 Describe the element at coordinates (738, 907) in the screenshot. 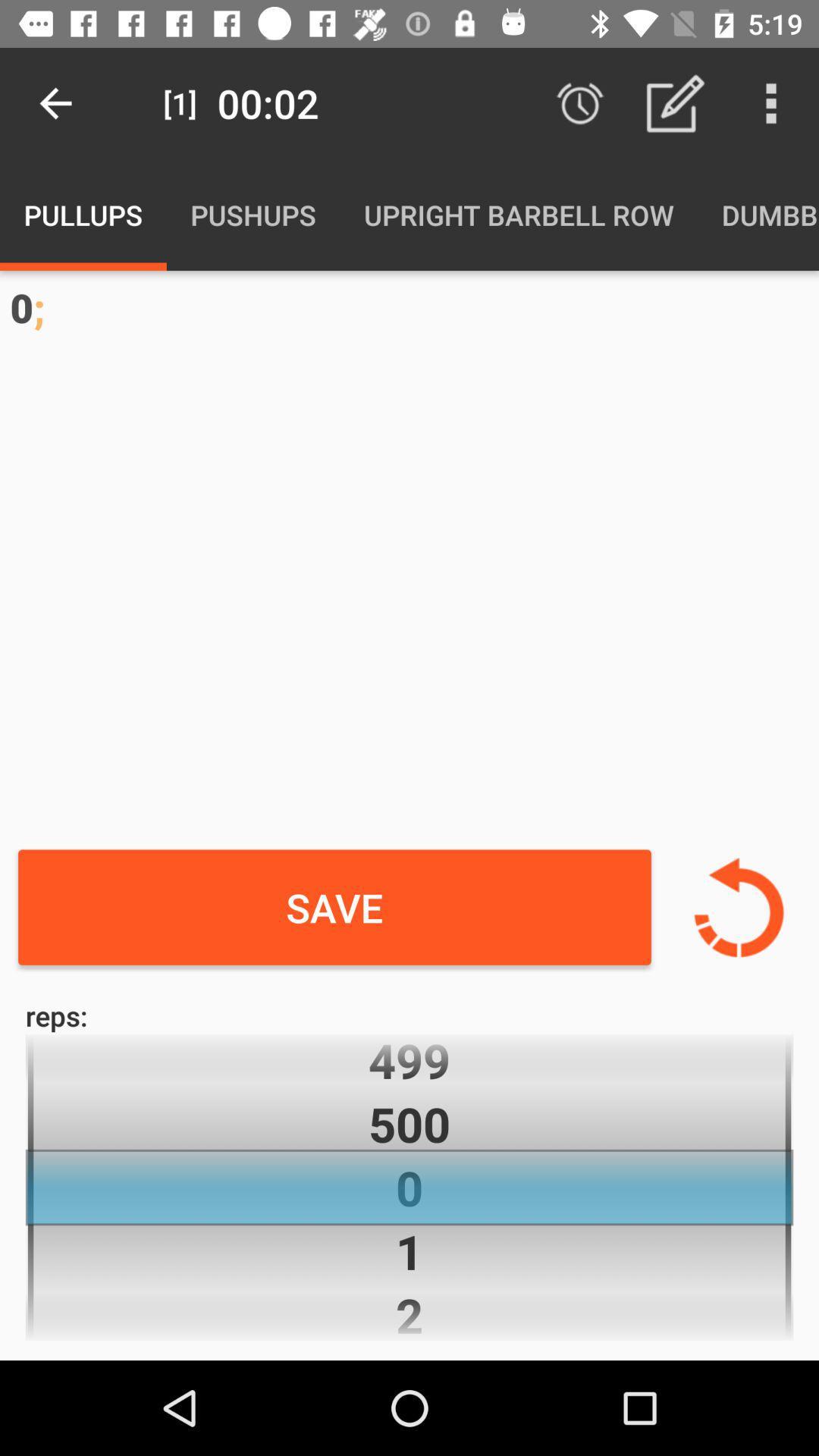

I see `return to previous data` at that location.